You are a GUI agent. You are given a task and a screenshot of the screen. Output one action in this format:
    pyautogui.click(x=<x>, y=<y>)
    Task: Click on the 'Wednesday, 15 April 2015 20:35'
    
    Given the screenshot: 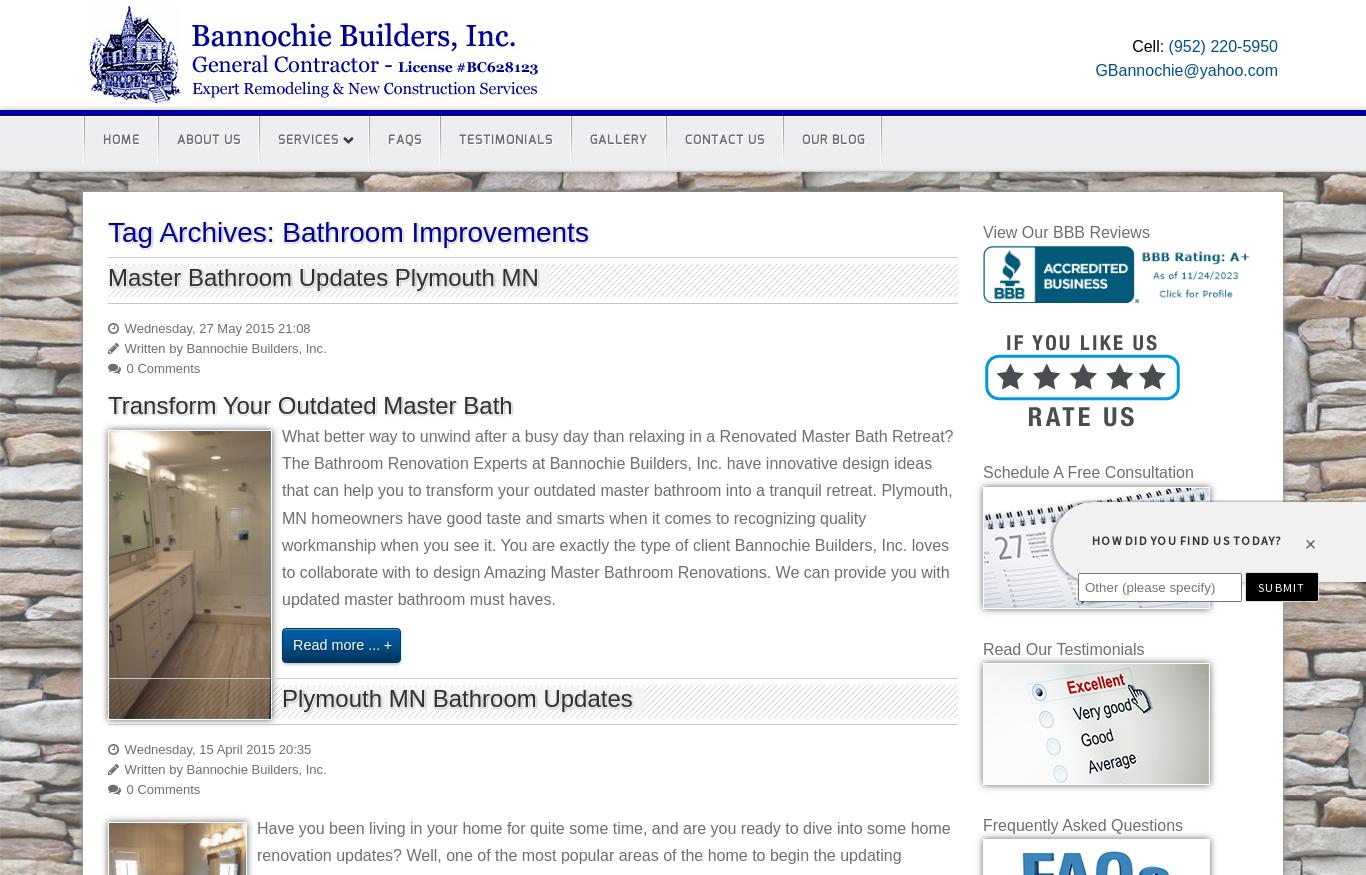 What is the action you would take?
    pyautogui.click(x=214, y=749)
    